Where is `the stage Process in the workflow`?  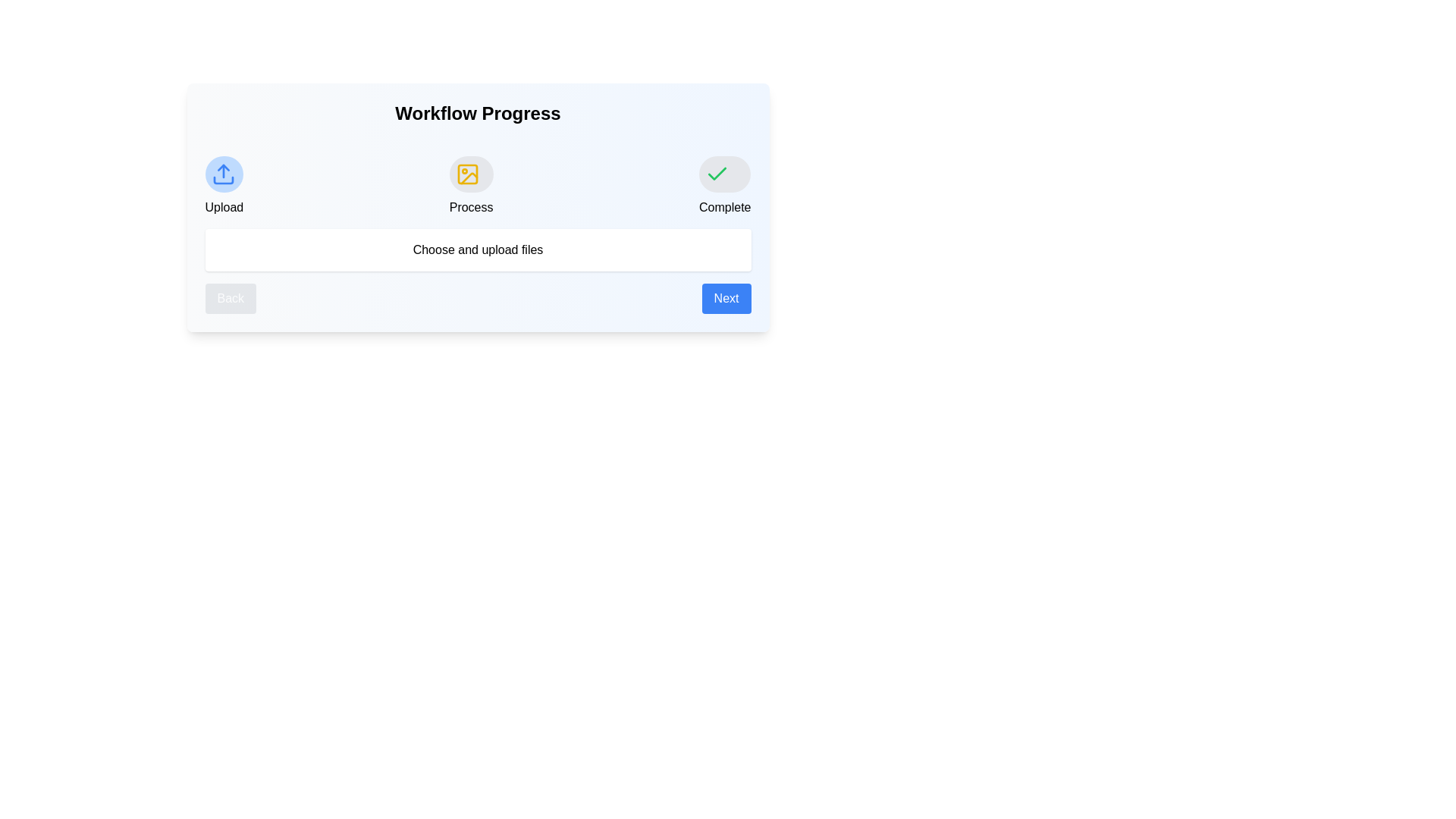 the stage Process in the workflow is located at coordinates (469, 174).